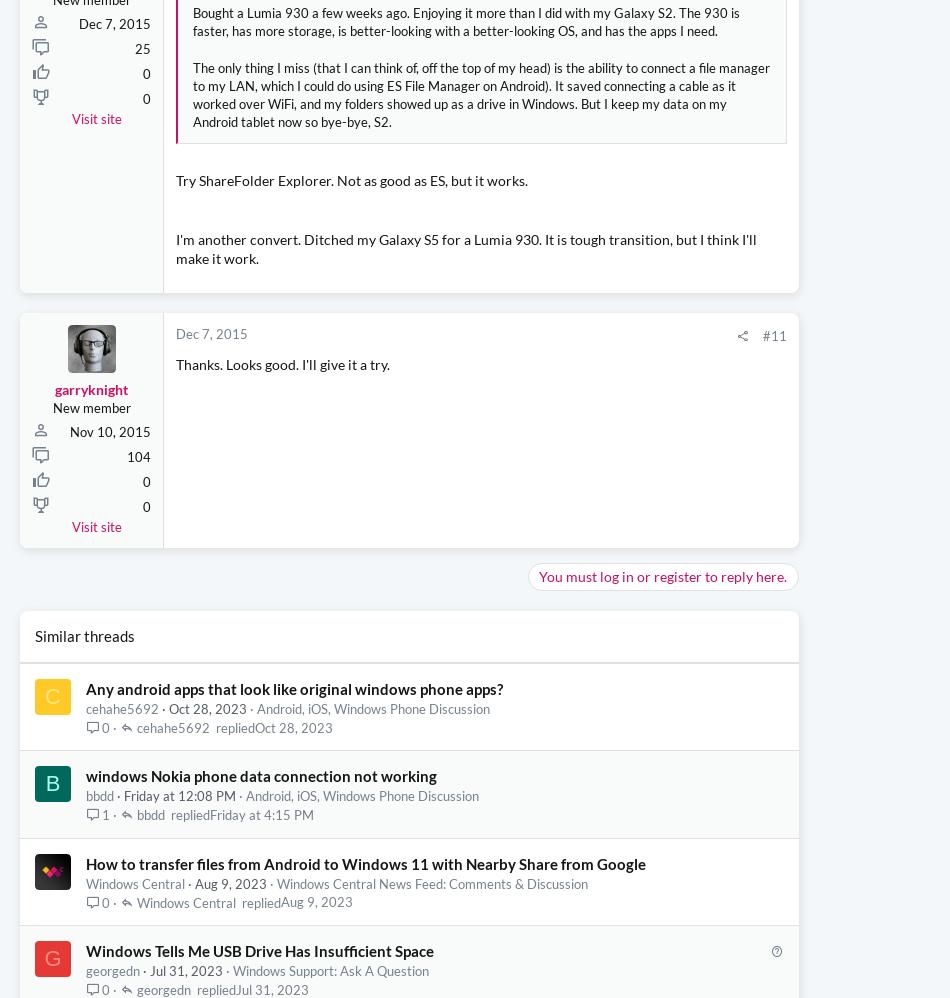 The height and width of the screenshot is (998, 950). What do you see at coordinates (384, 264) in the screenshot?
I see `'The only thing I miss (that I can think of, off the top of my head) is the ability to connect a file manager to my LAN, which I could do using ES File Manager on Android). It saved connecting a cable as it worked over WiFi, and my folders showed up as a drive in Windows. But I keep my data on my Android tablet now so bye-bye, S2.'` at bounding box center [384, 264].